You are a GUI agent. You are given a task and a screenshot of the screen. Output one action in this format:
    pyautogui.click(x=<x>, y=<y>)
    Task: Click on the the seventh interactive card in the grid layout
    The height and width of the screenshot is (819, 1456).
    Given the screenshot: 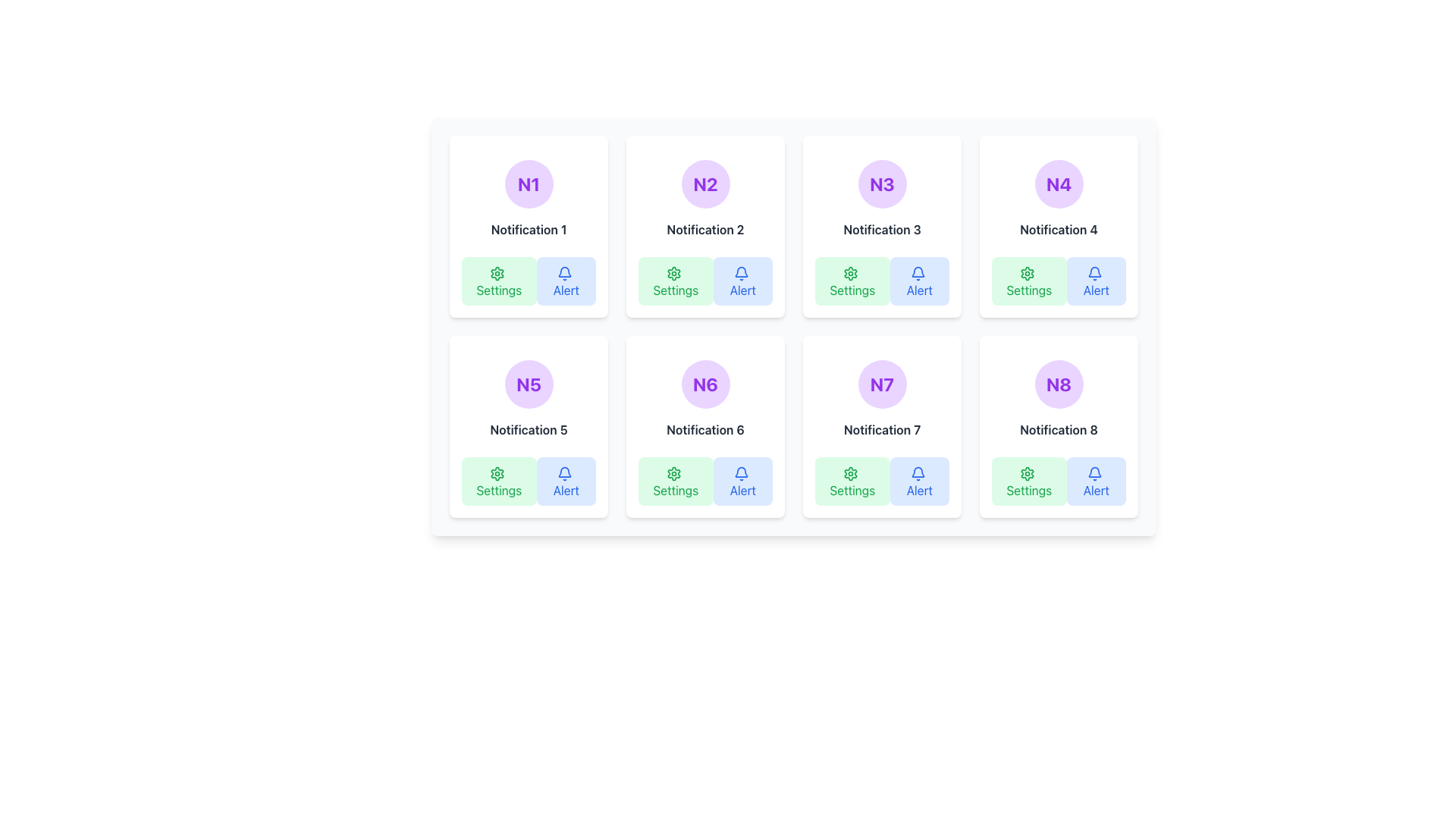 What is the action you would take?
    pyautogui.click(x=882, y=427)
    